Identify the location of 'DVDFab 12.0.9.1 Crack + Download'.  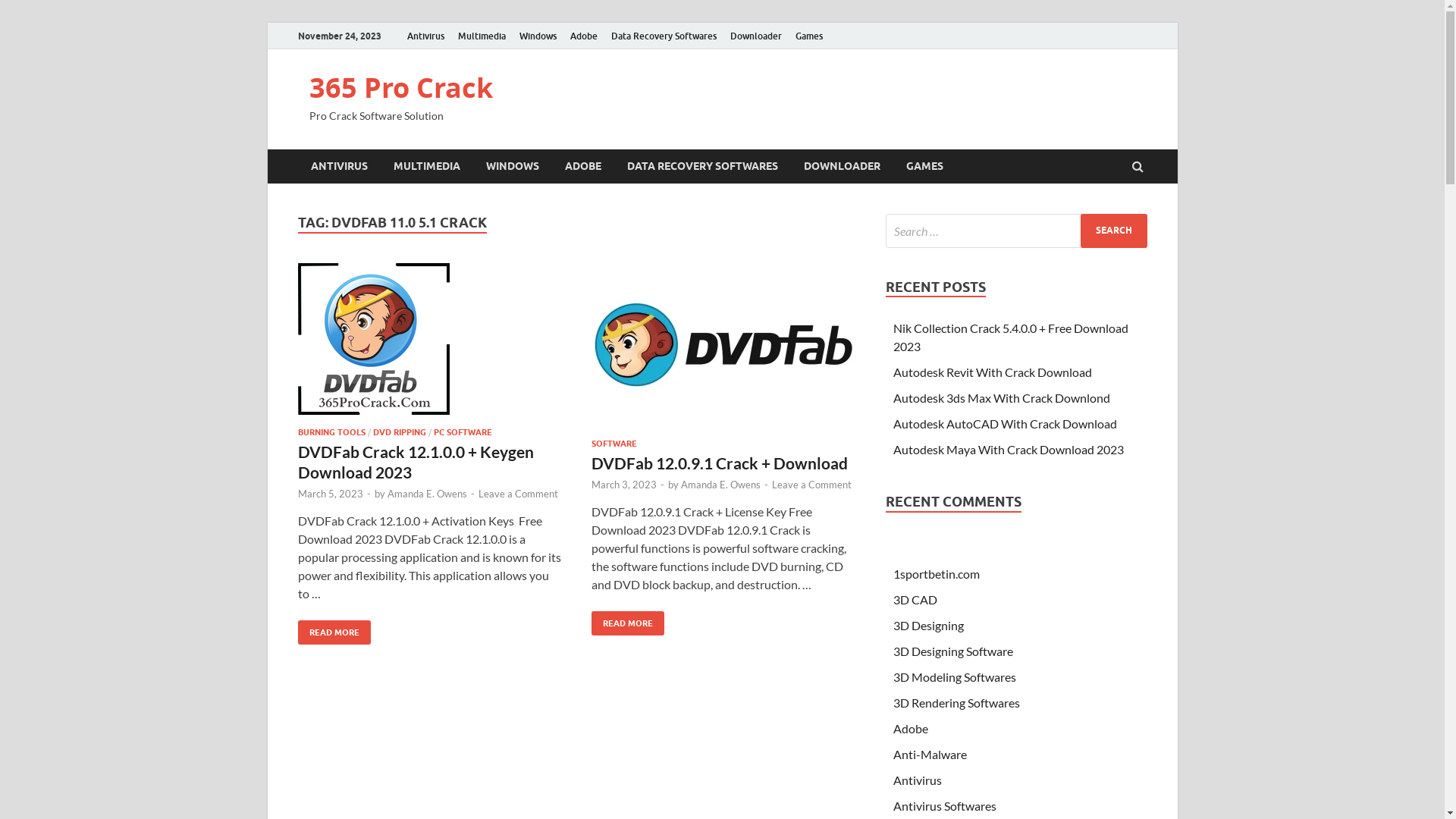
(719, 462).